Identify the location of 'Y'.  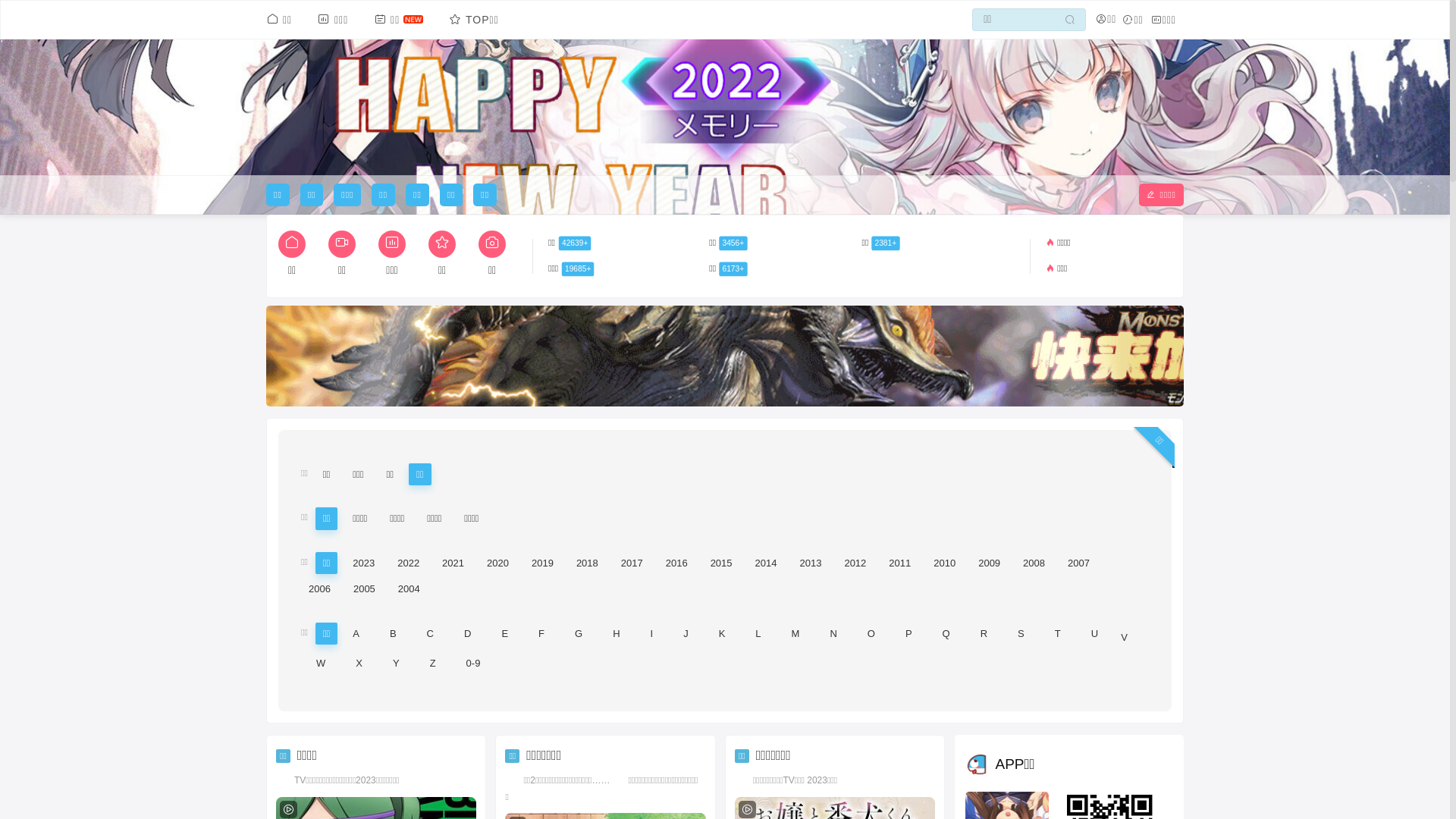
(396, 662).